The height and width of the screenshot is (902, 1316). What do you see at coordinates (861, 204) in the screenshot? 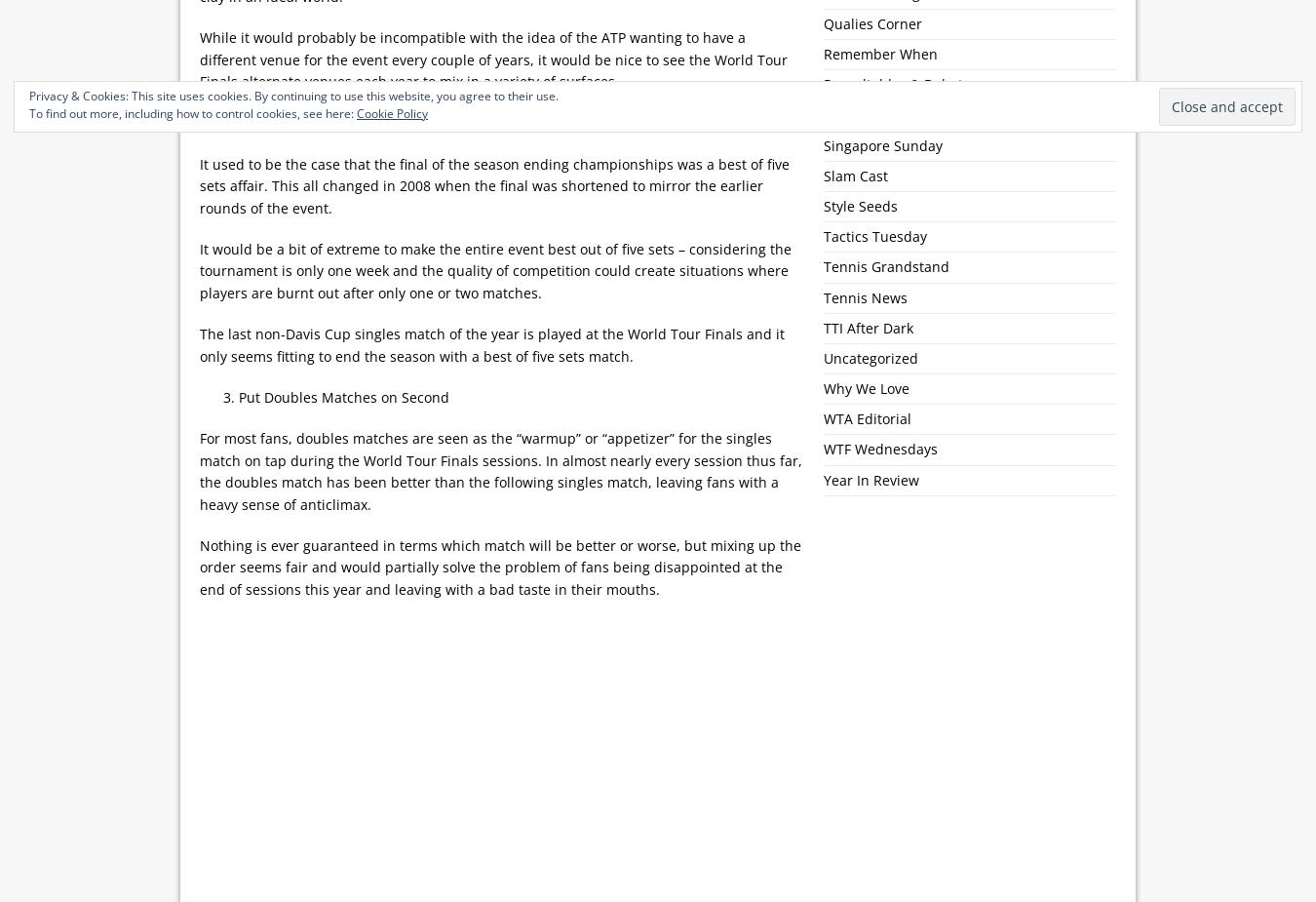
I see `'Style Seeds'` at bounding box center [861, 204].